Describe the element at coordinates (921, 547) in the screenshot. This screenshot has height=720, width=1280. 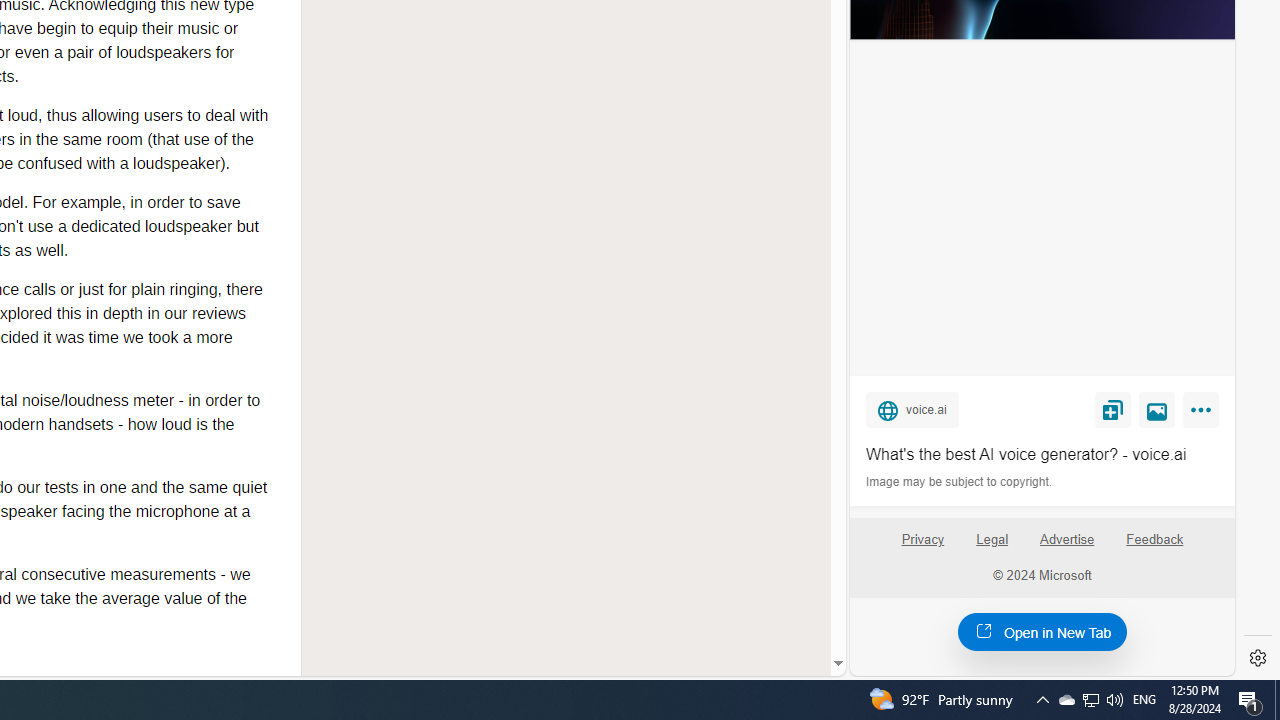
I see `'Privacy'` at that location.